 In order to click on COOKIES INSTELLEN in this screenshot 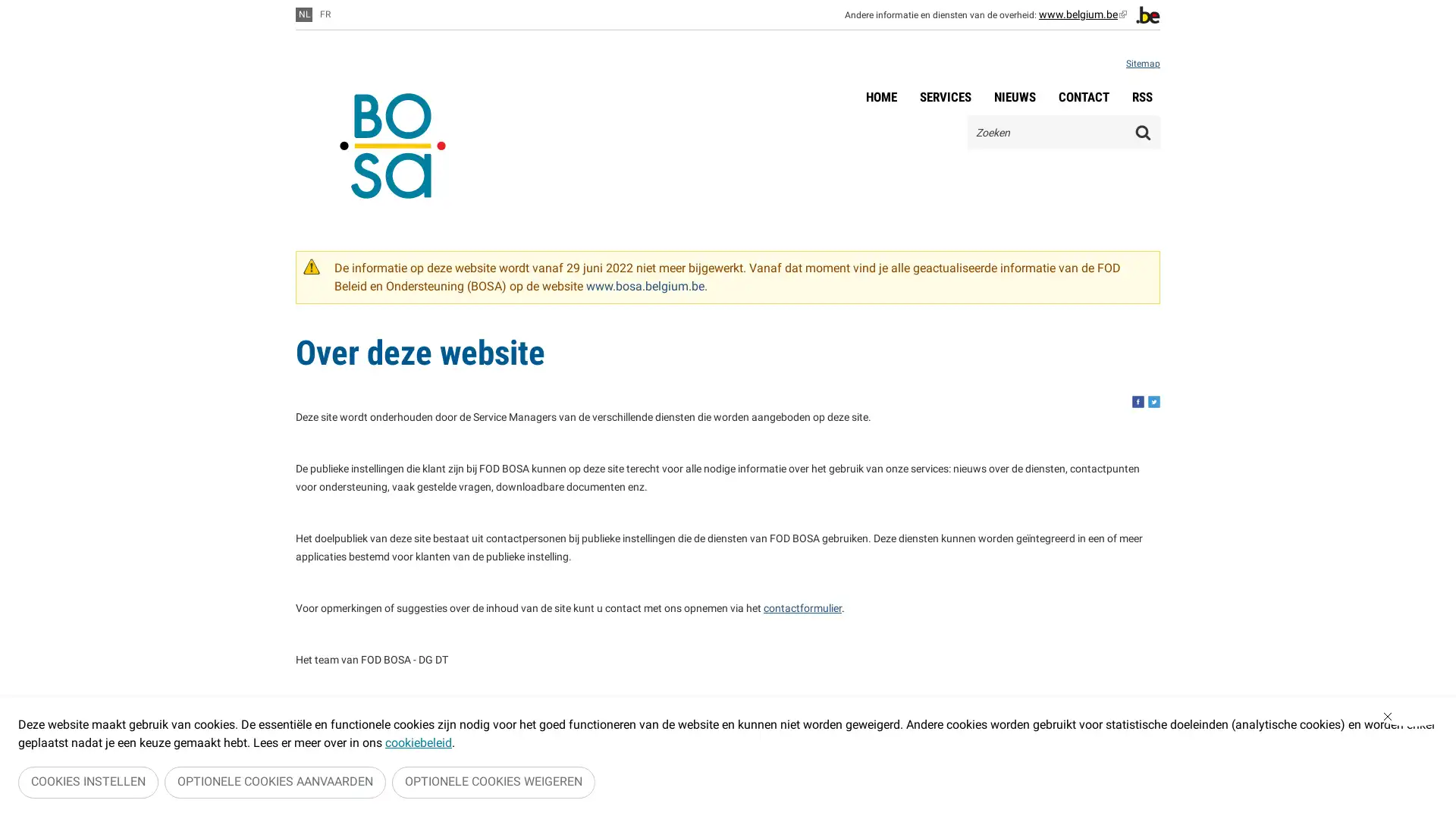, I will do `click(87, 784)`.